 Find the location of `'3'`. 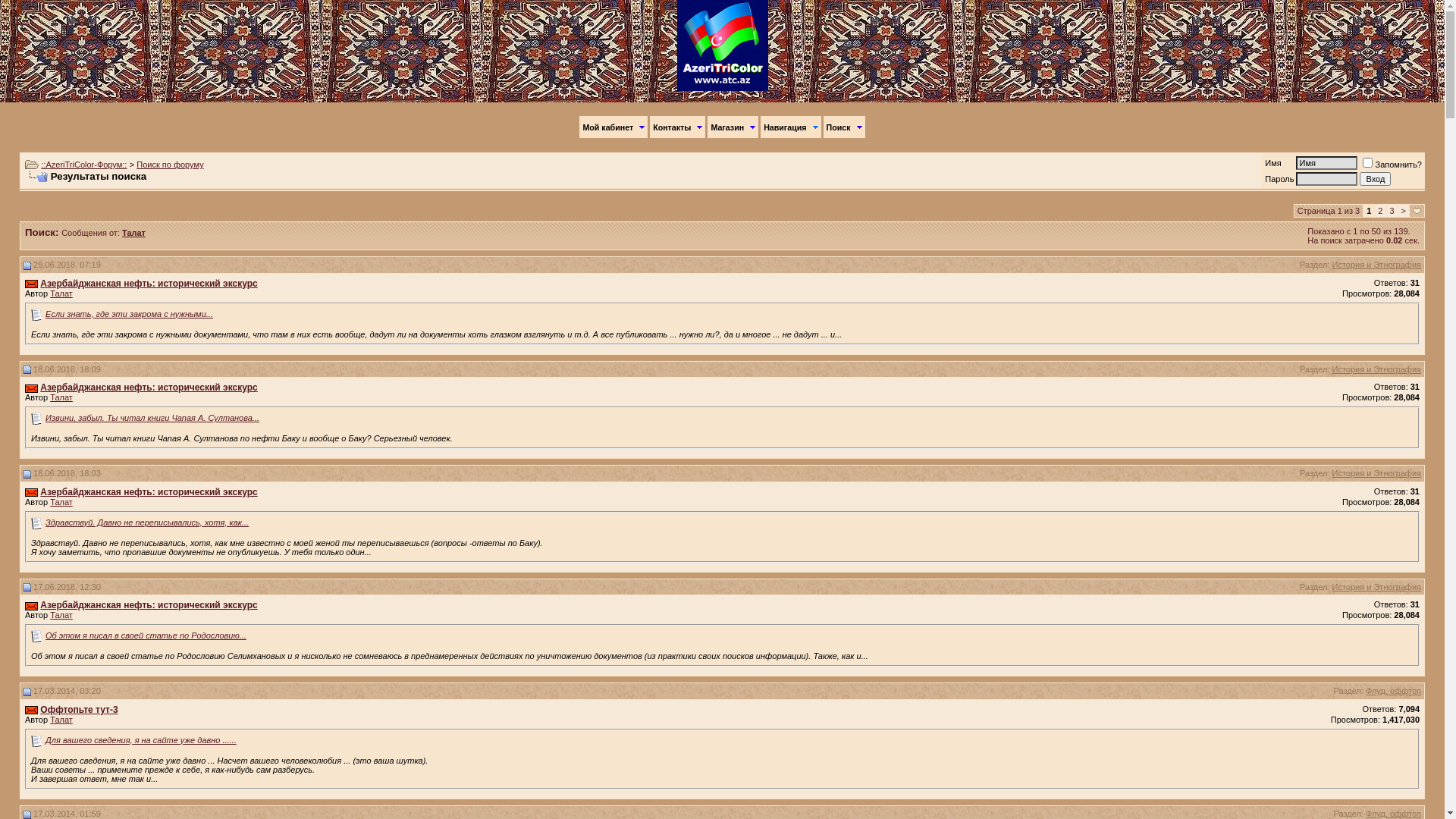

'3' is located at coordinates (1391, 210).